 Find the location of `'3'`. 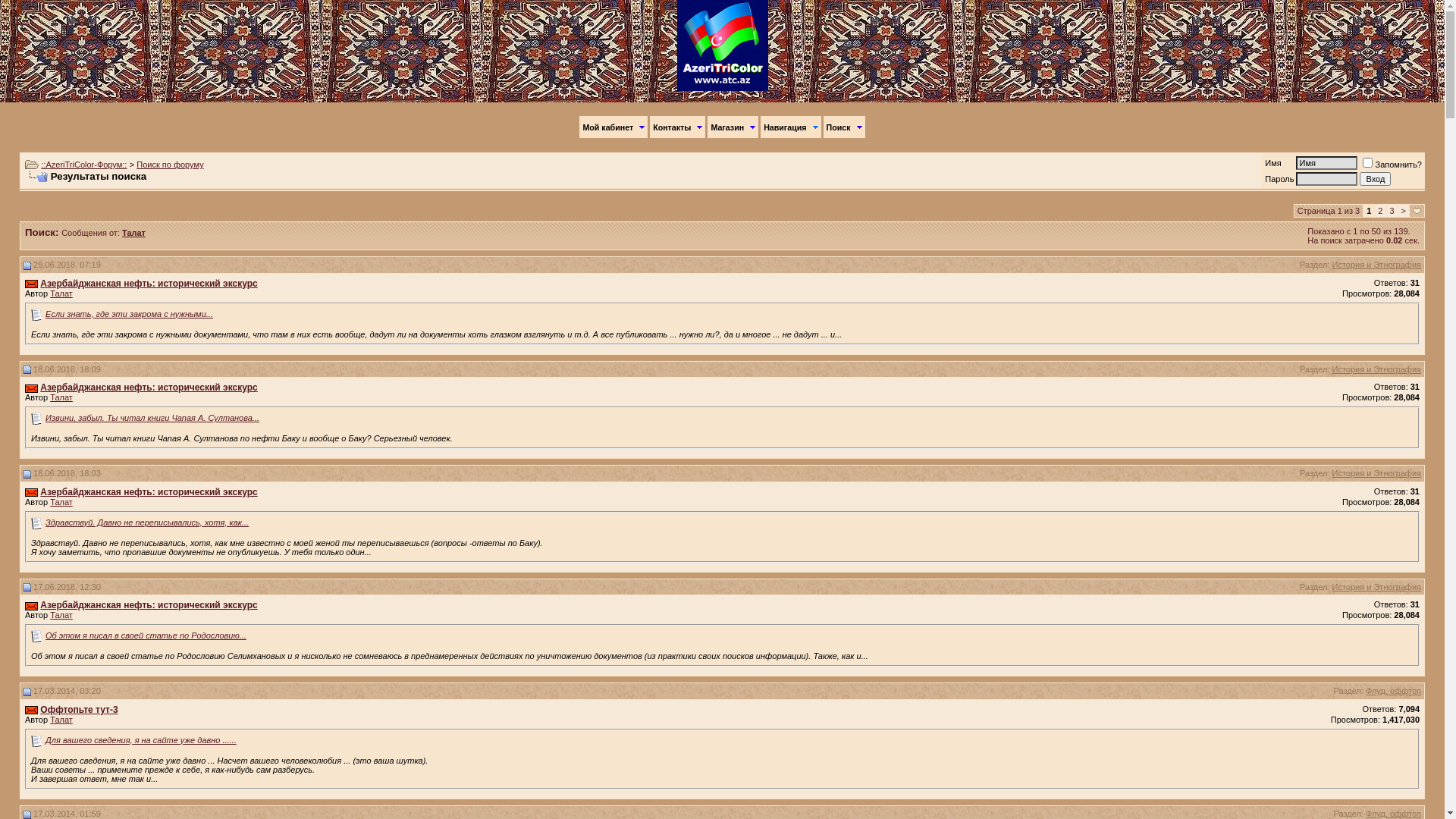

'3' is located at coordinates (1391, 210).